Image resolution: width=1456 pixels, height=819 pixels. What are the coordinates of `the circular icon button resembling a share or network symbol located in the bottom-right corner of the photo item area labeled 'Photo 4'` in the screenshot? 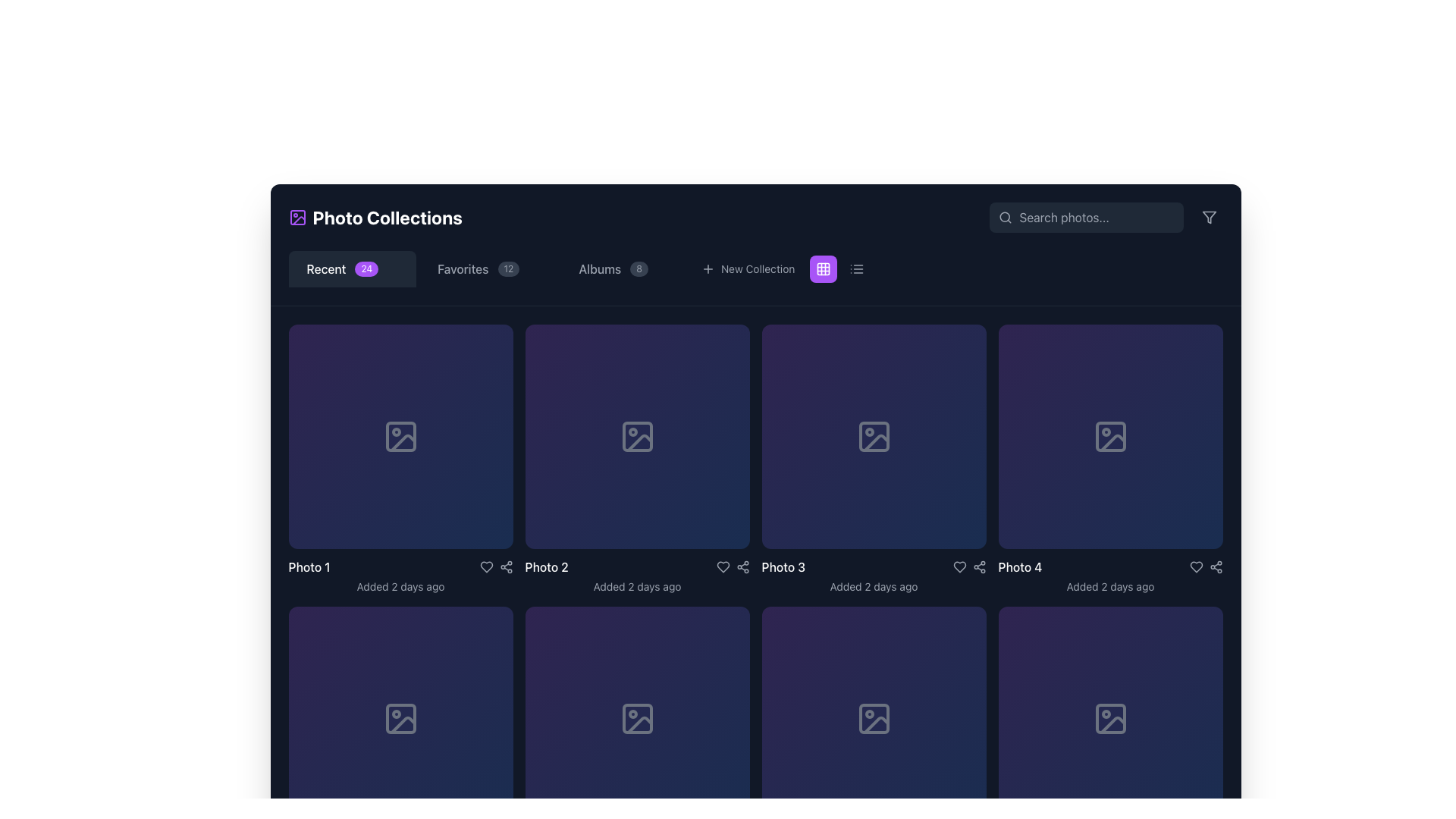 It's located at (1216, 567).